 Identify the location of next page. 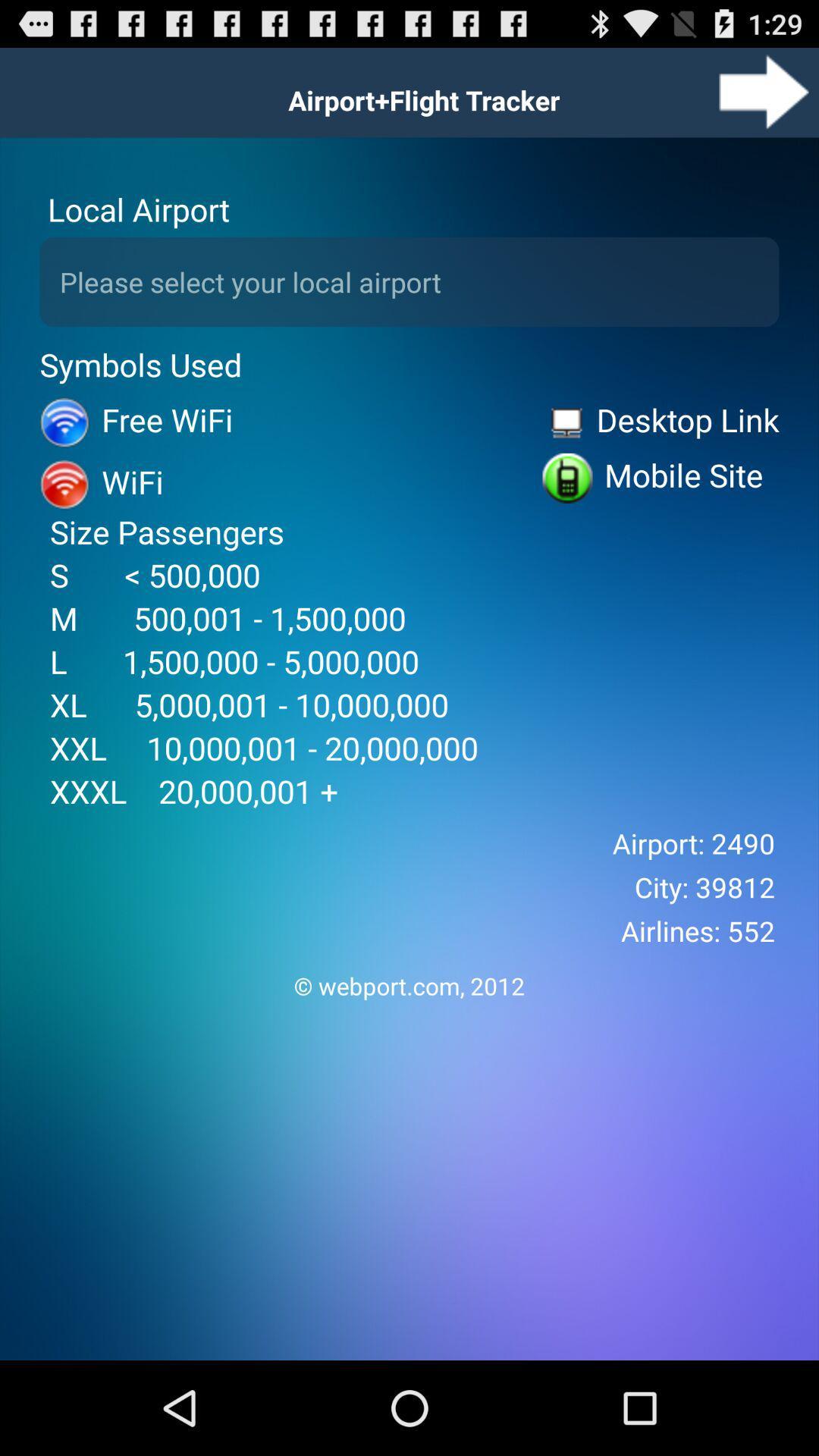
(764, 91).